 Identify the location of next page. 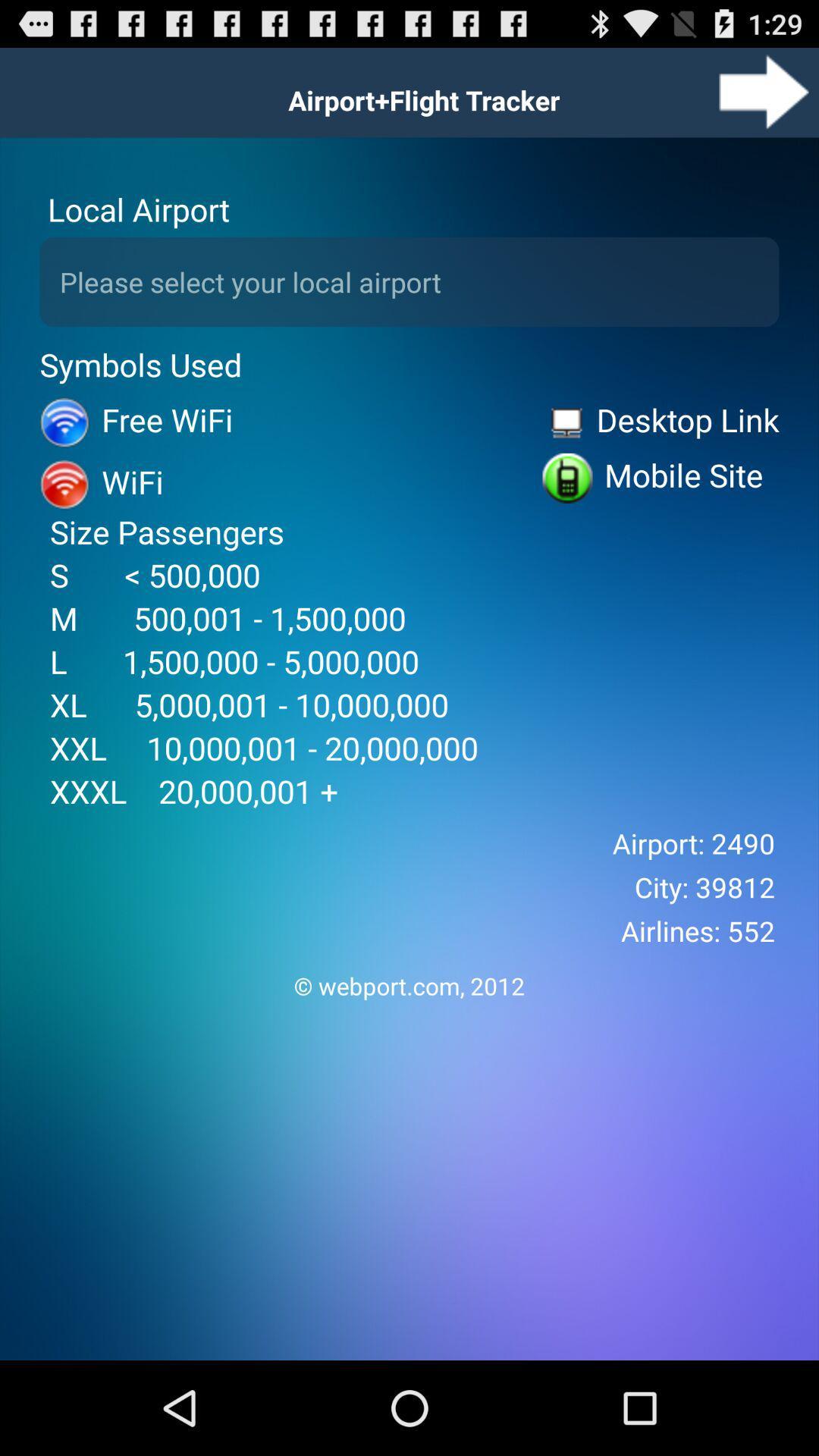
(764, 91).